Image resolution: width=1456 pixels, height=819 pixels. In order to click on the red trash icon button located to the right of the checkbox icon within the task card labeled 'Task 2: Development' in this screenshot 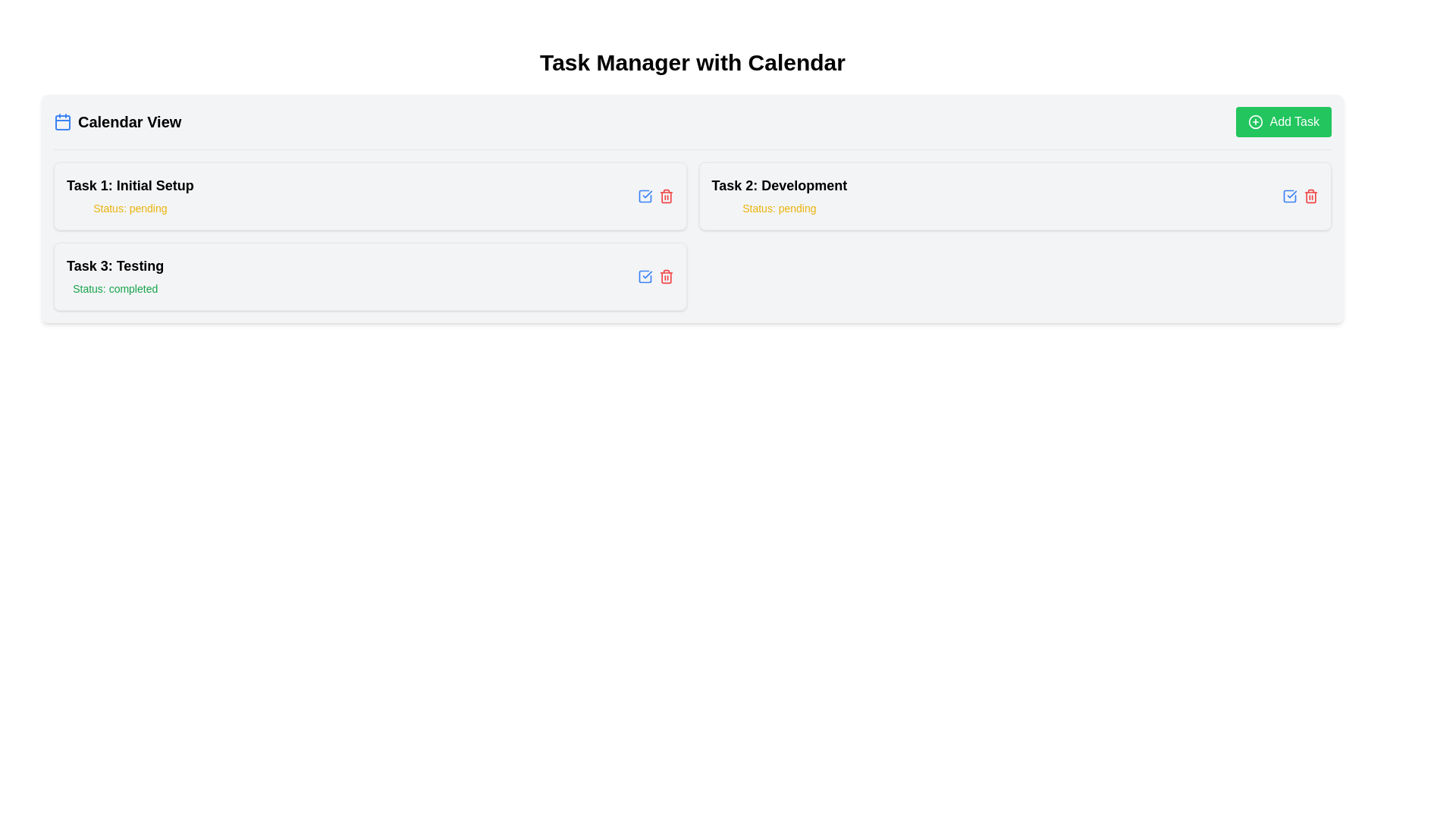, I will do `click(1310, 195)`.